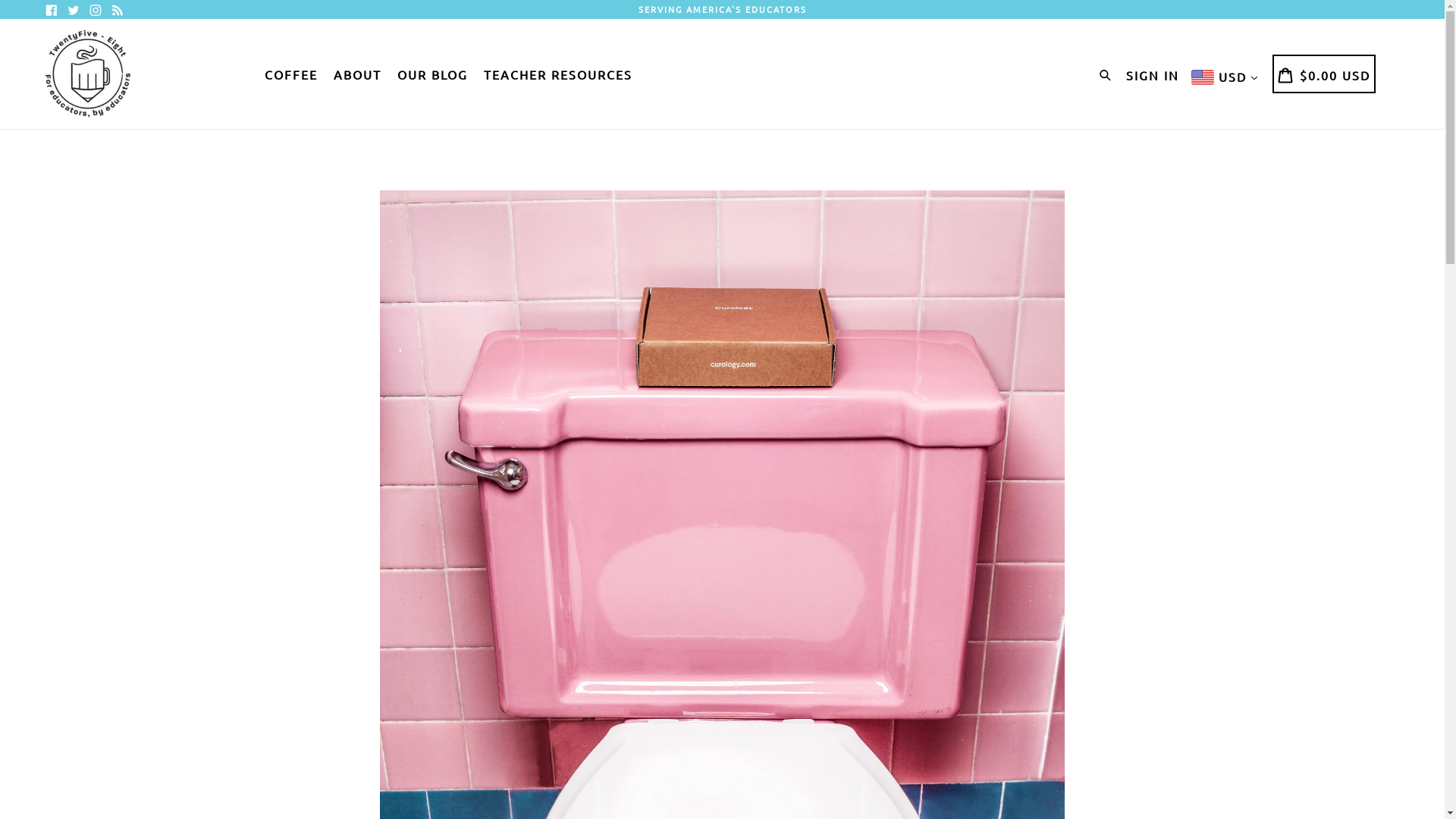 The height and width of the screenshot is (819, 1456). I want to click on 'TEACHER RESOURCES', so click(476, 74).